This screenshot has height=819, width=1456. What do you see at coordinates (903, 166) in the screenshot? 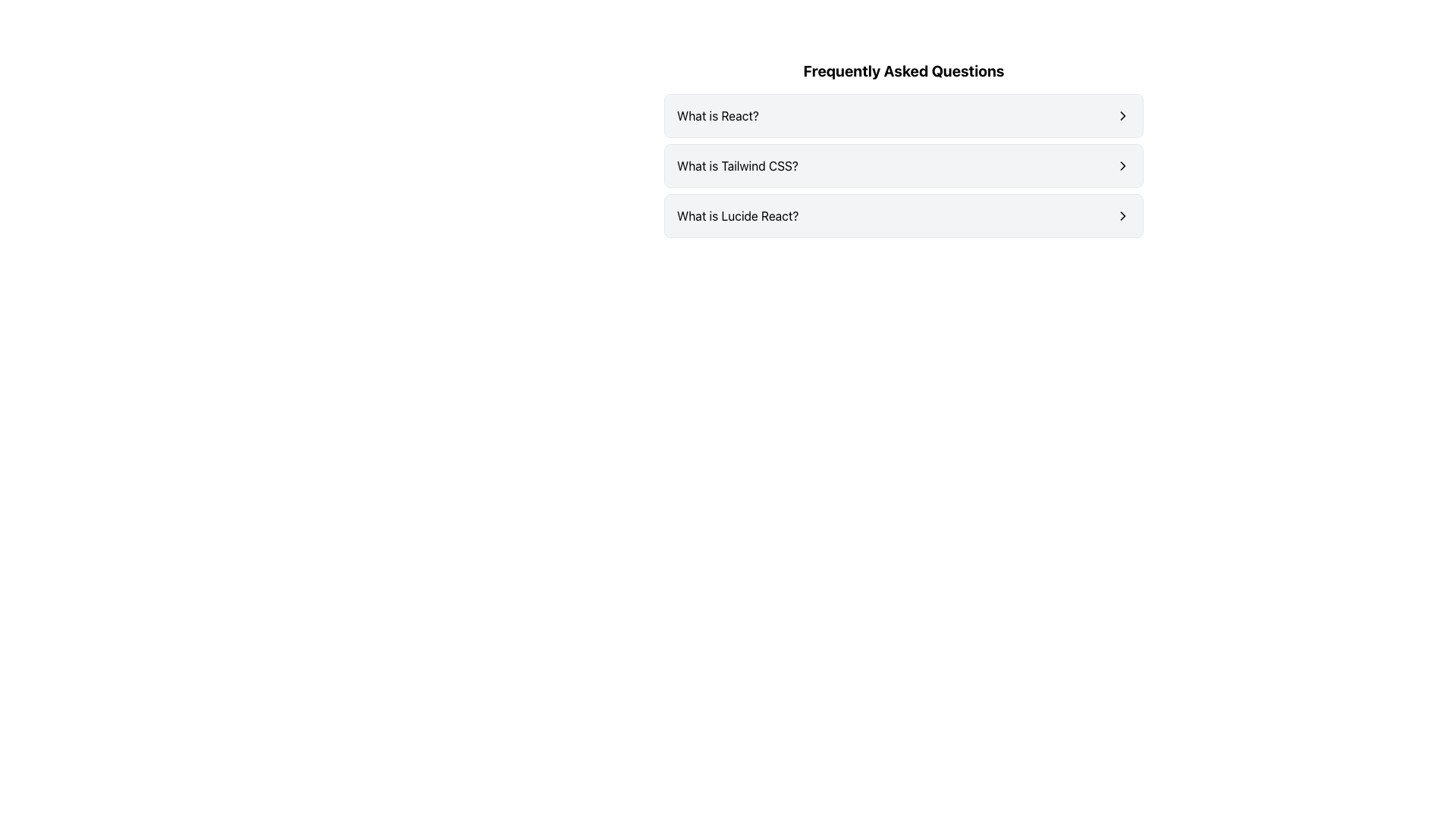
I see `the second item in the Frequently Asked Questions list labeled 'What is Tailwind CSS?'` at bounding box center [903, 166].